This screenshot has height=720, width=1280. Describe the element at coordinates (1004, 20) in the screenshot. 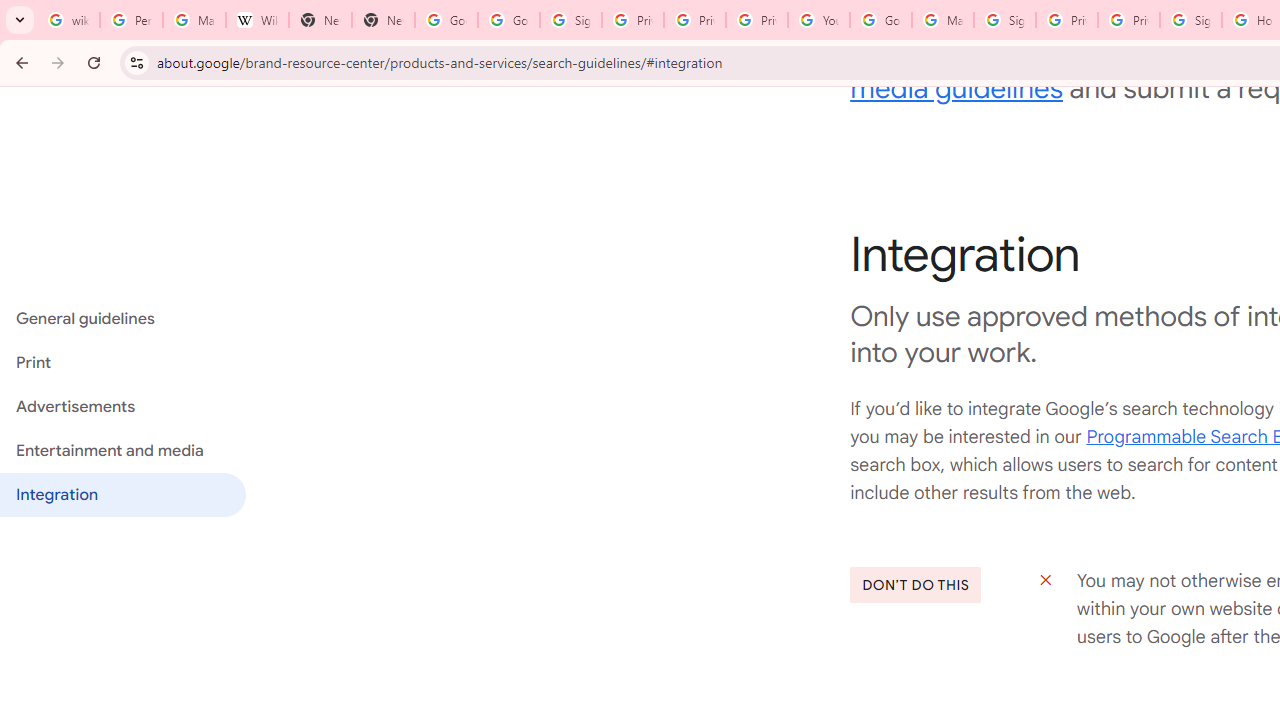

I see `'Sign in - Google Accounts'` at that location.